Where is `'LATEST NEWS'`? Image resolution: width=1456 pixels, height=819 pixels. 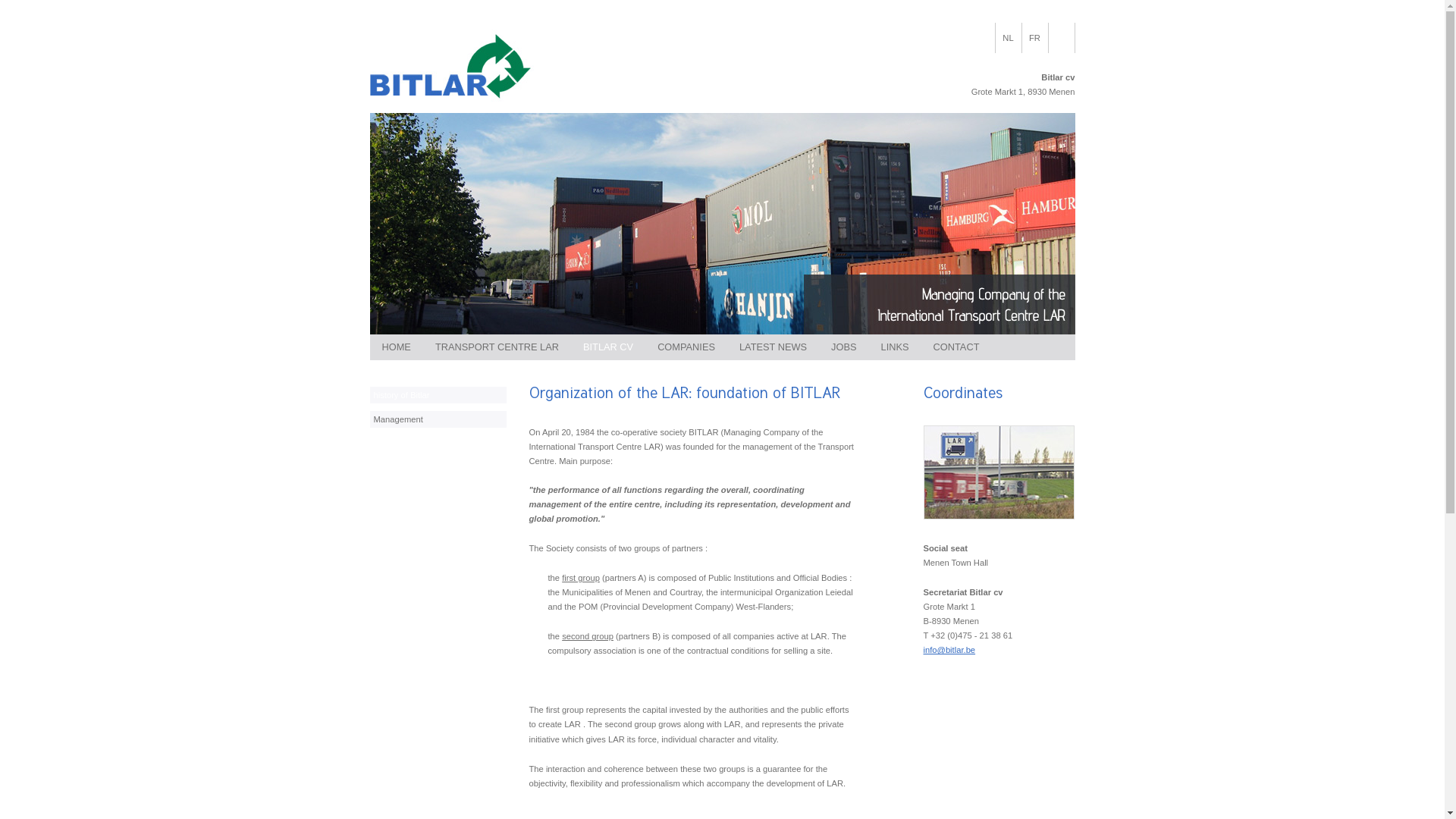
'LATEST NEWS' is located at coordinates (773, 347).